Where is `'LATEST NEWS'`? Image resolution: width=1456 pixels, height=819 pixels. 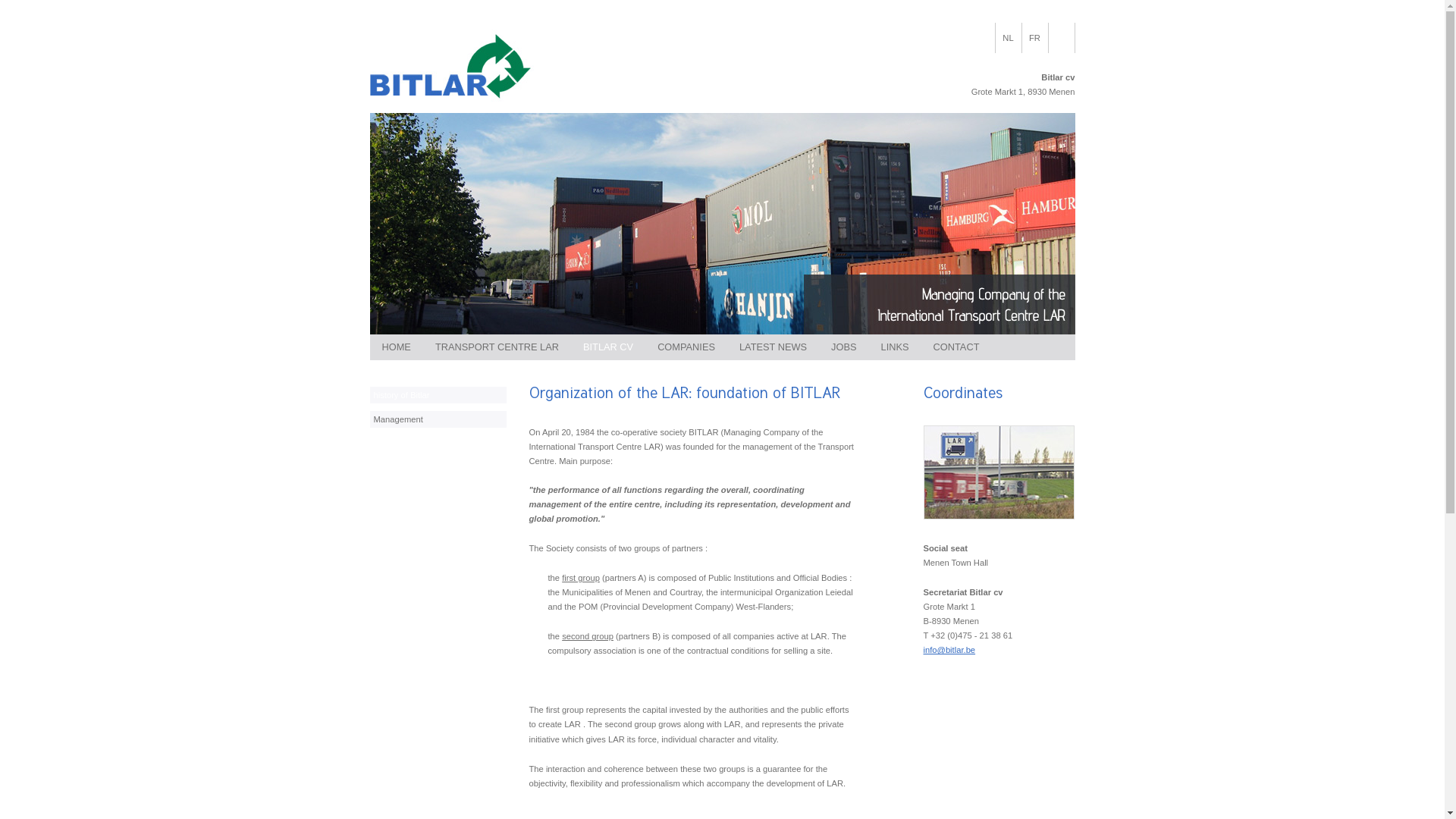
'LATEST NEWS' is located at coordinates (773, 347).